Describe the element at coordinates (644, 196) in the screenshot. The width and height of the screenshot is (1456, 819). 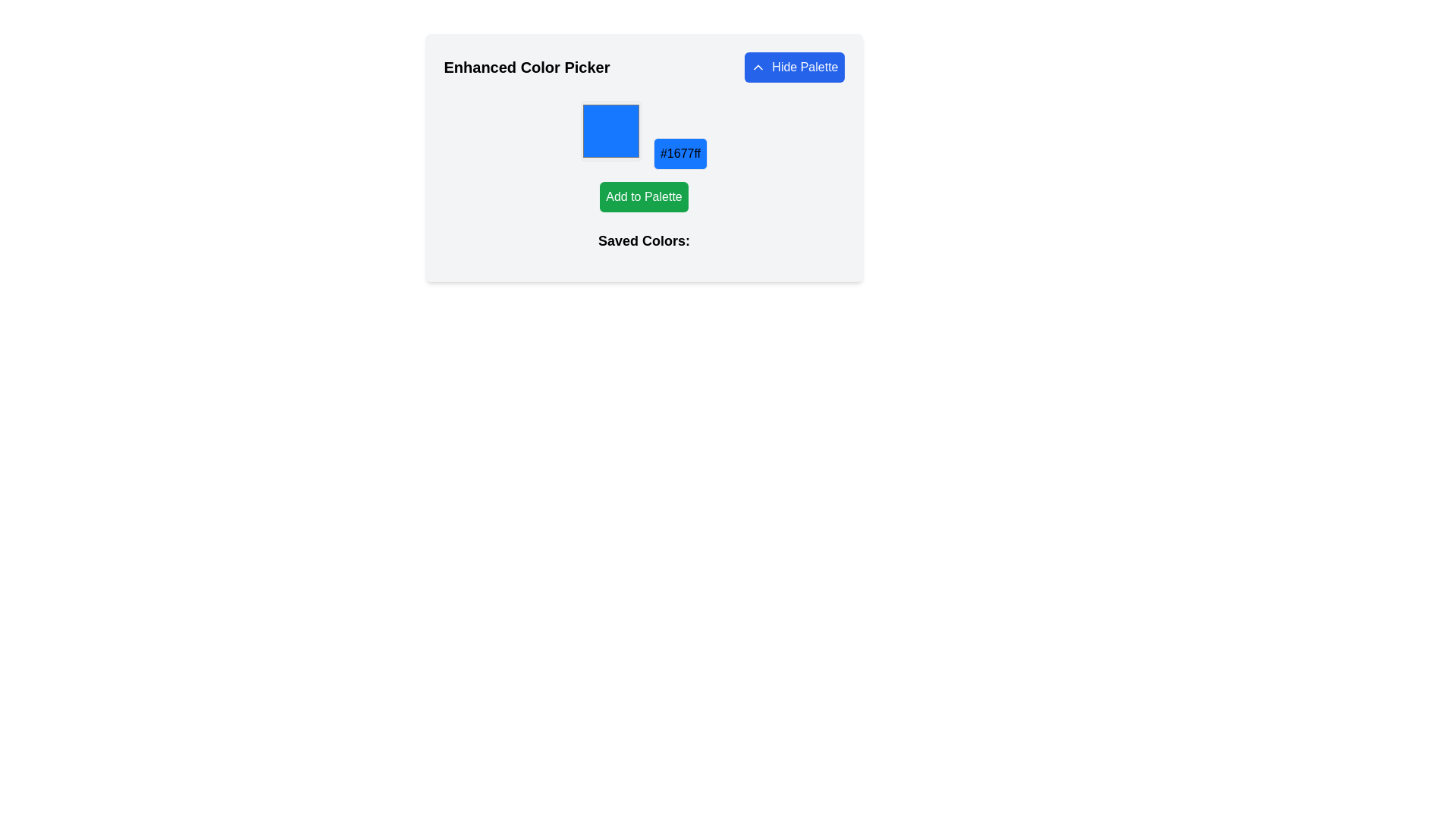
I see `the add-to-palette button located below the text '#1677ff' in the Enhanced Color Picker panel` at that location.